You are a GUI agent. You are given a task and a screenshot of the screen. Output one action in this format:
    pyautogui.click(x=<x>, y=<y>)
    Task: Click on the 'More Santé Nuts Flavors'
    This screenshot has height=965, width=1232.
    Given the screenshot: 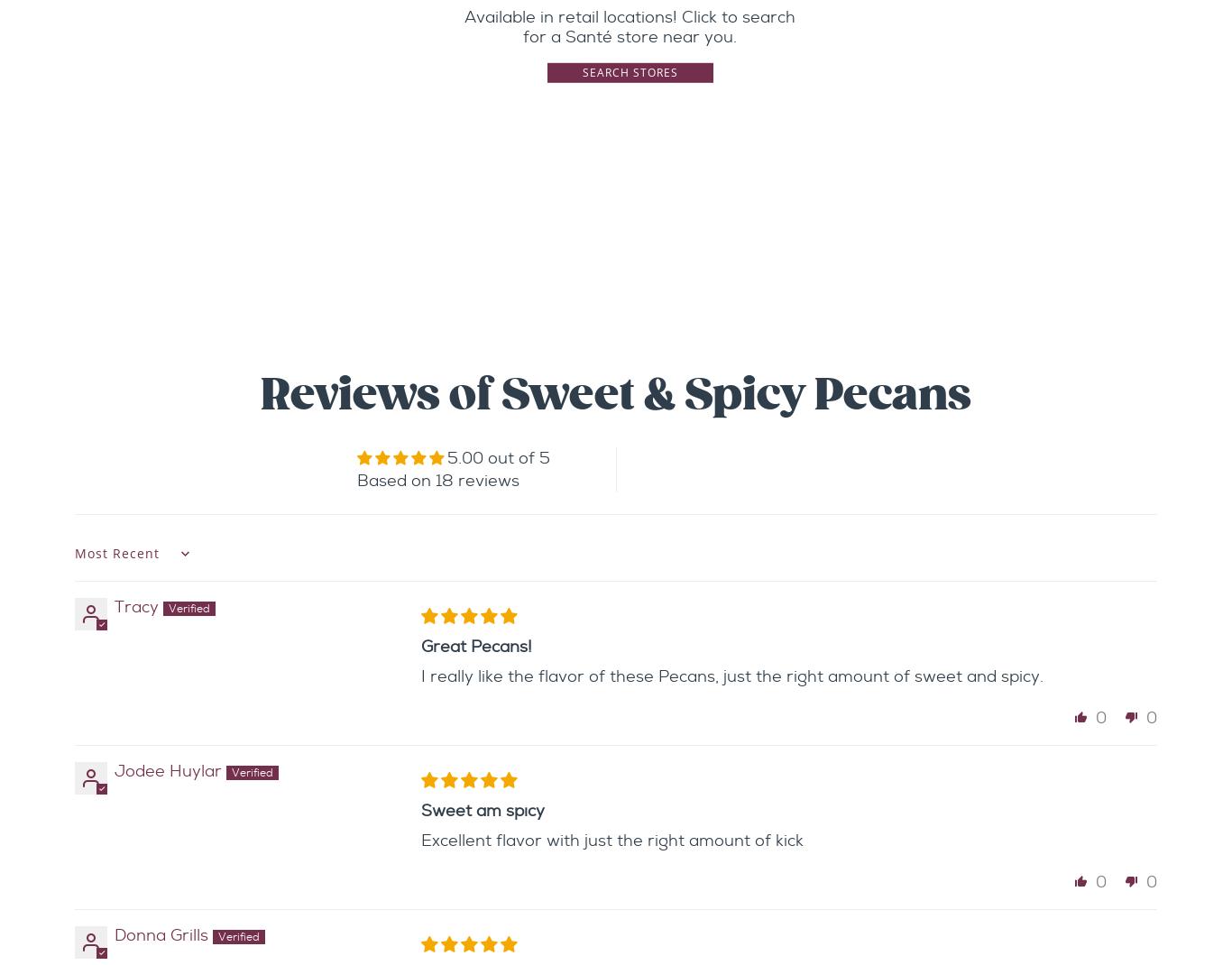 What is the action you would take?
    pyautogui.click(x=616, y=298)
    